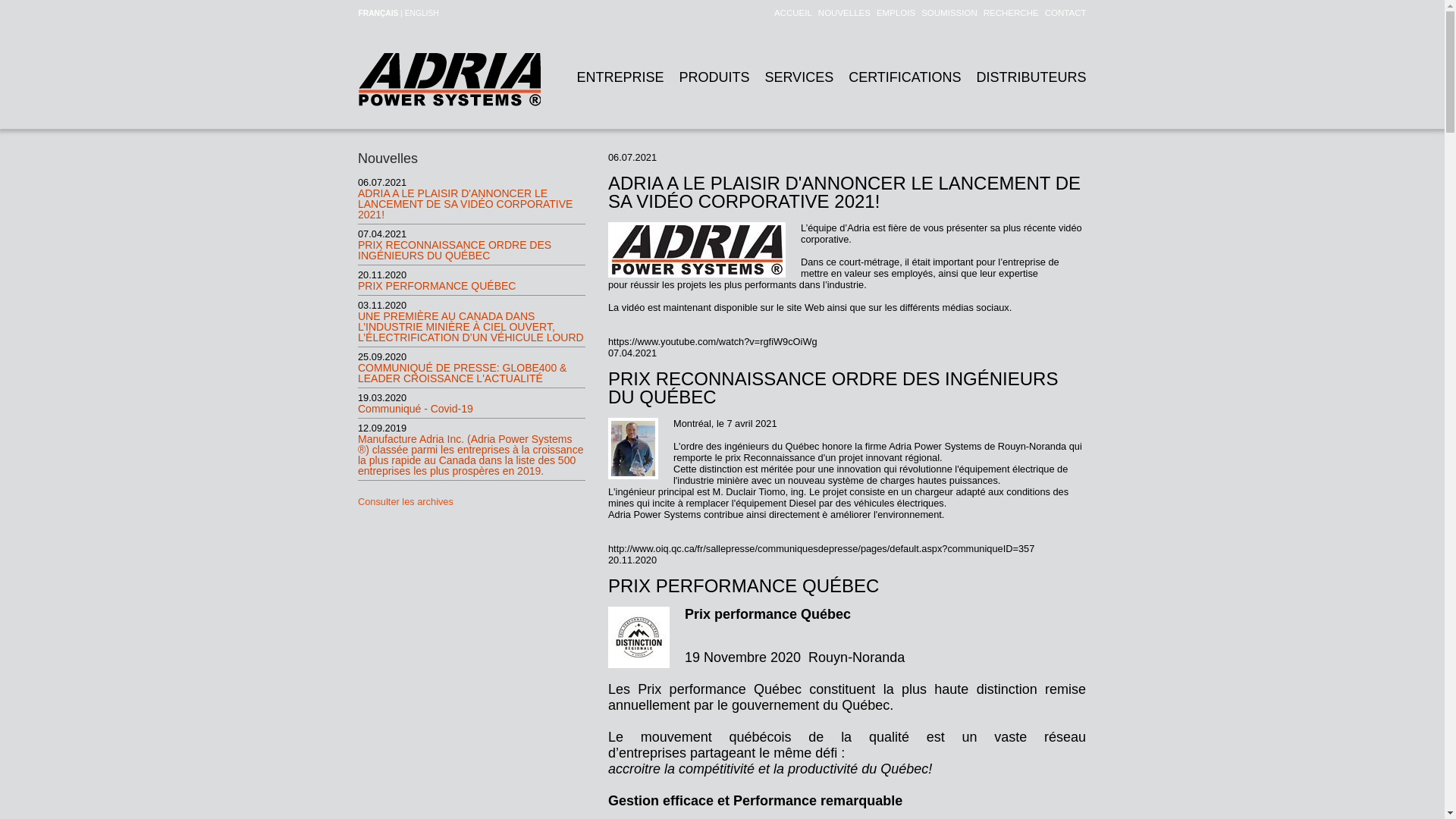  I want to click on 'CONTACT', so click(1062, 12).